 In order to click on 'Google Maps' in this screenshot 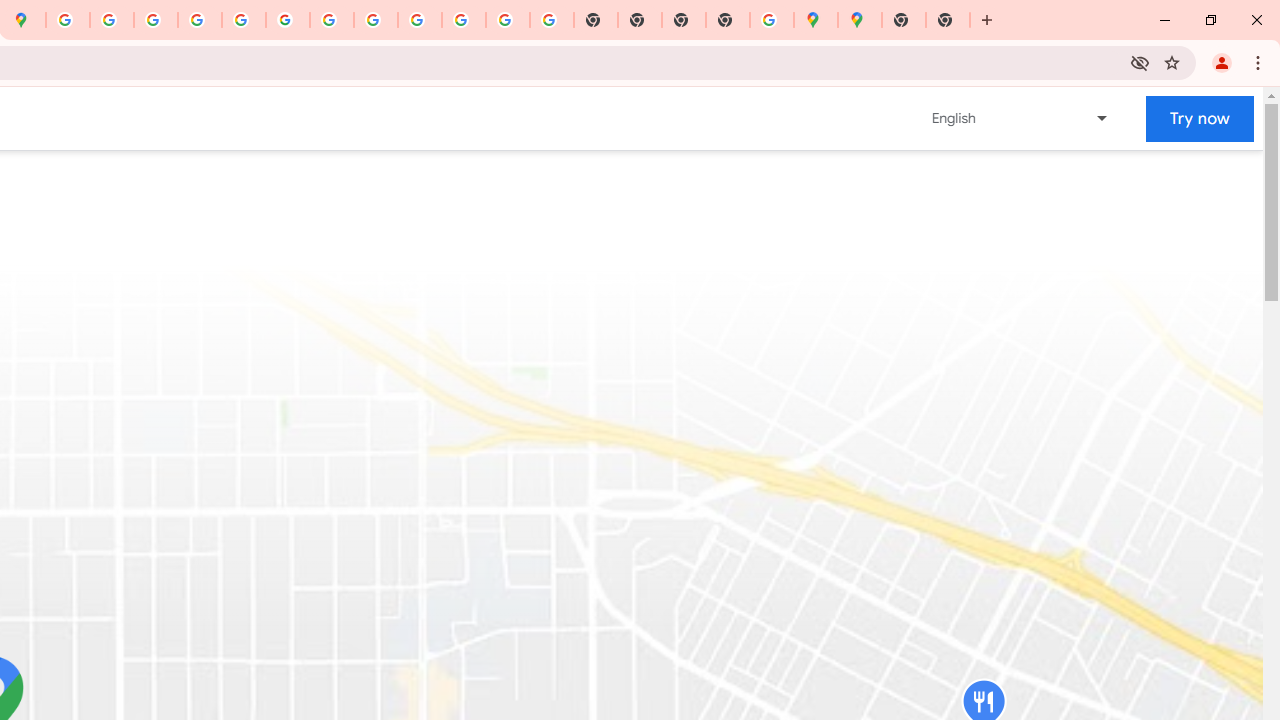, I will do `click(816, 20)`.